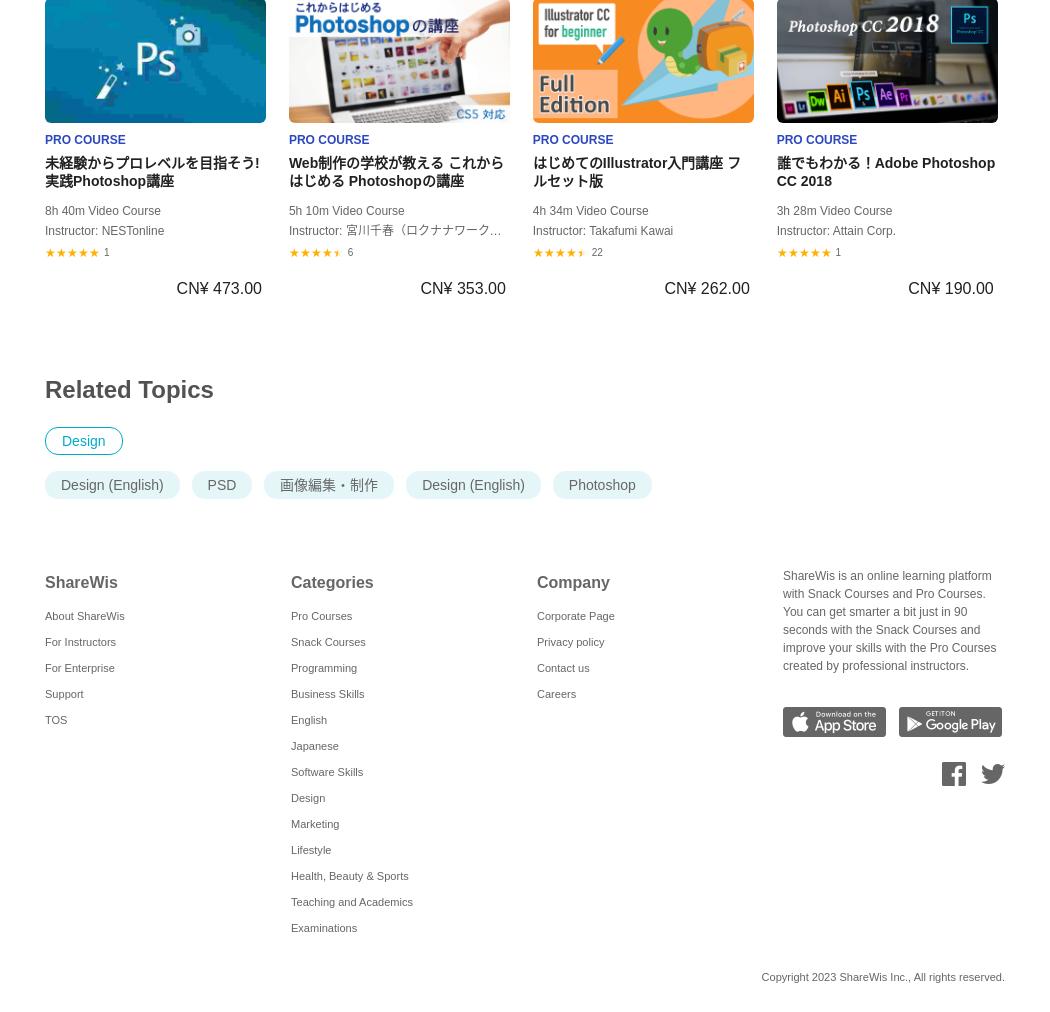  Describe the element at coordinates (888, 619) in the screenshot. I see `'ShareWis is an online learning platform with Snack Courses and Pro Courses. You can get smarter a bit just in 90 seconds with the Snack Courses and improve your skills with the Pro Courses created by professional instructors.'` at that location.